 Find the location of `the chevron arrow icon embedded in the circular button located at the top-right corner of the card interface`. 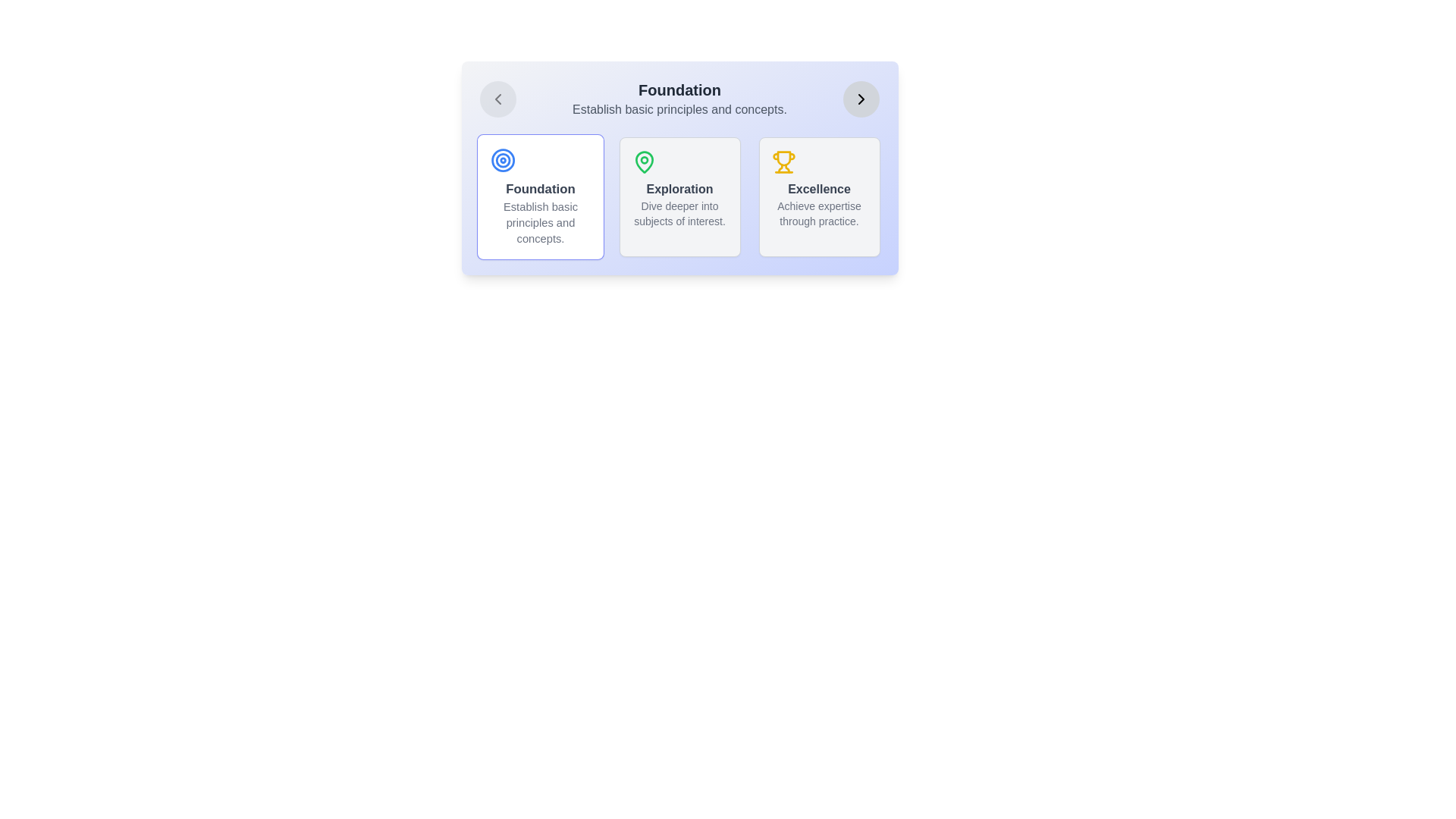

the chevron arrow icon embedded in the circular button located at the top-right corner of the card interface is located at coordinates (861, 99).